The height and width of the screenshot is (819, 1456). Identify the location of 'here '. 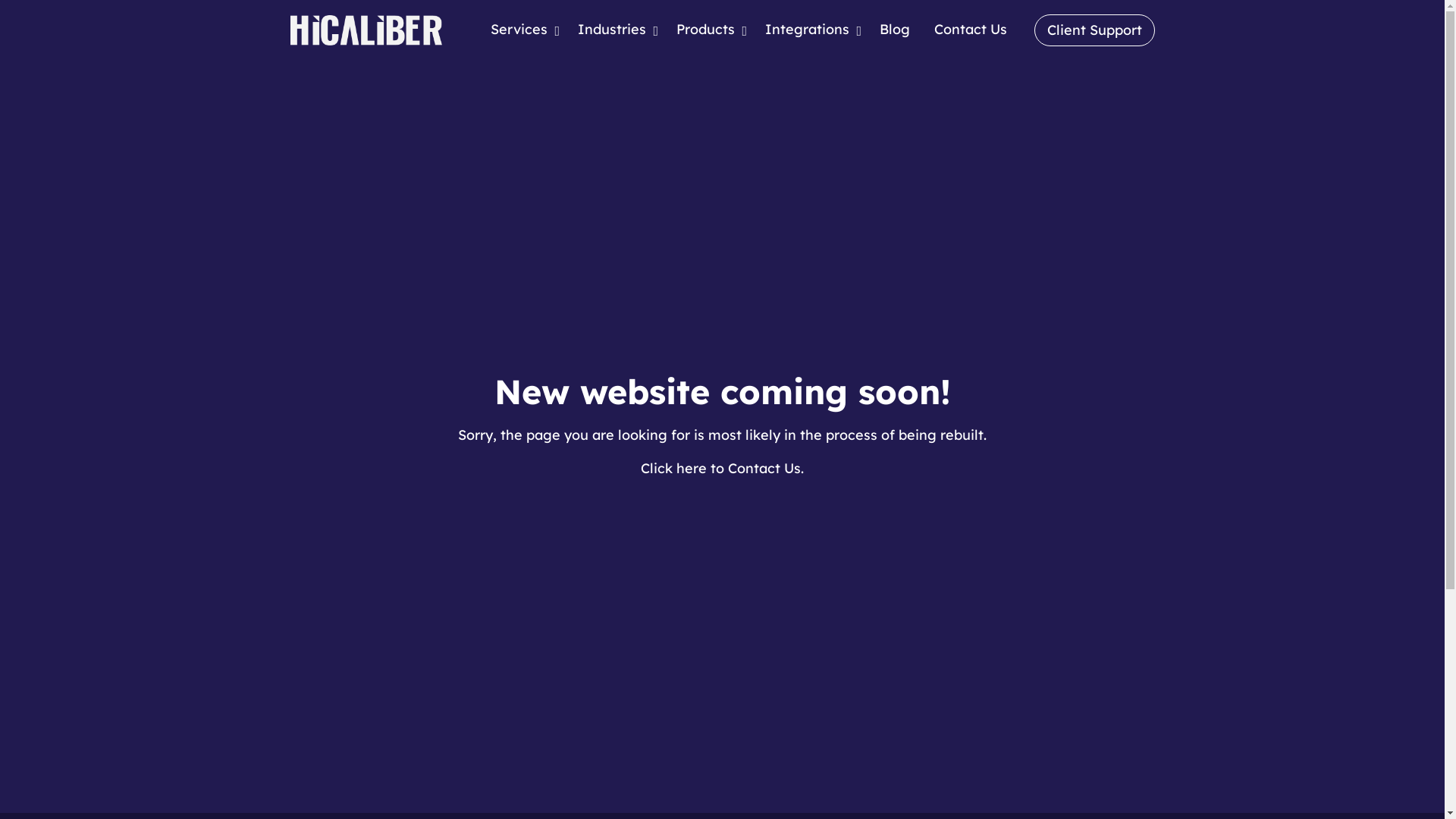
(692, 467).